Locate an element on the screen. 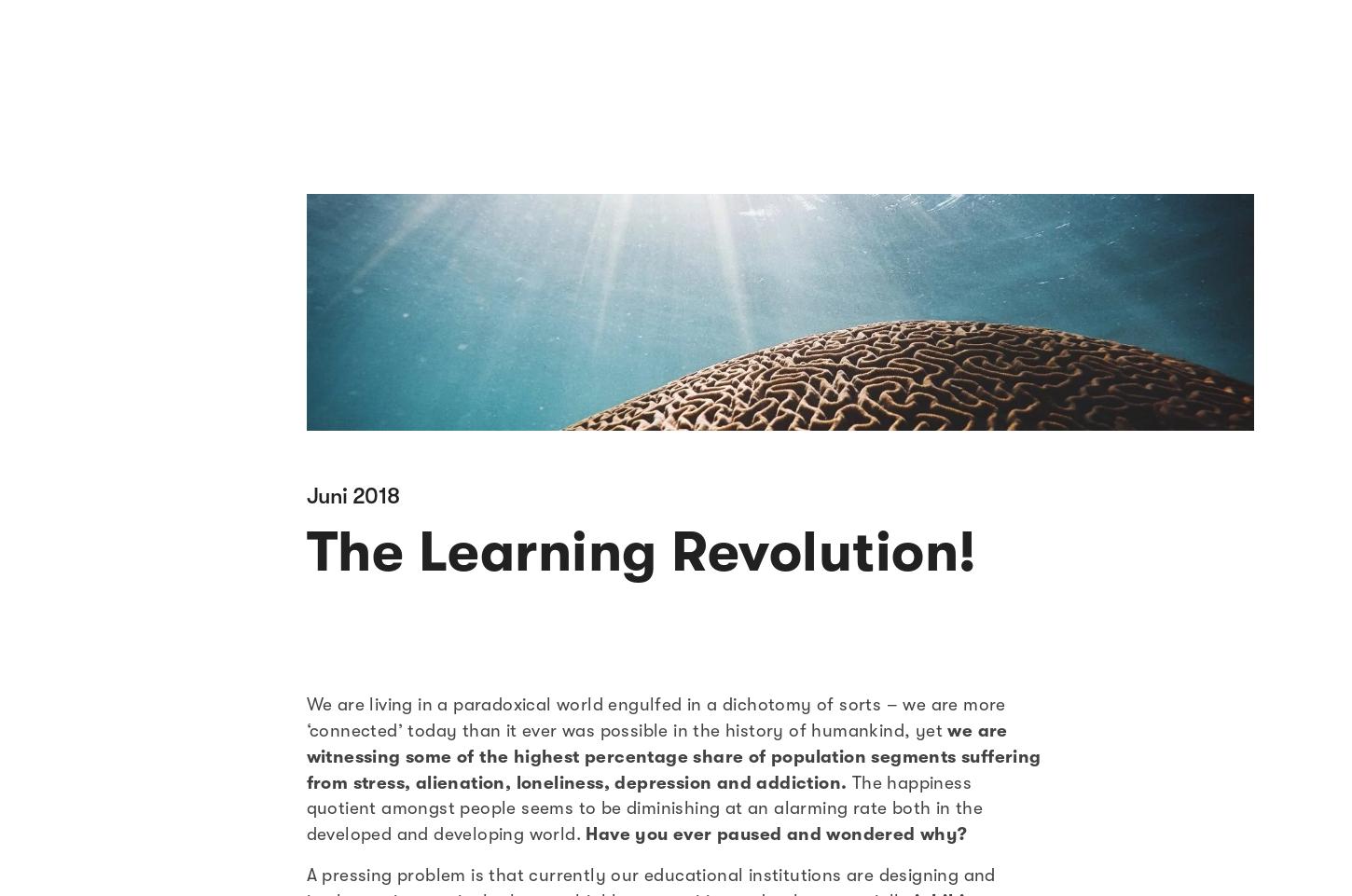 The image size is (1352, 896). 'Das Ziel einer nachhaltigen Zukunft können wir nur gemeinsam erreichen.' is located at coordinates (178, 274).